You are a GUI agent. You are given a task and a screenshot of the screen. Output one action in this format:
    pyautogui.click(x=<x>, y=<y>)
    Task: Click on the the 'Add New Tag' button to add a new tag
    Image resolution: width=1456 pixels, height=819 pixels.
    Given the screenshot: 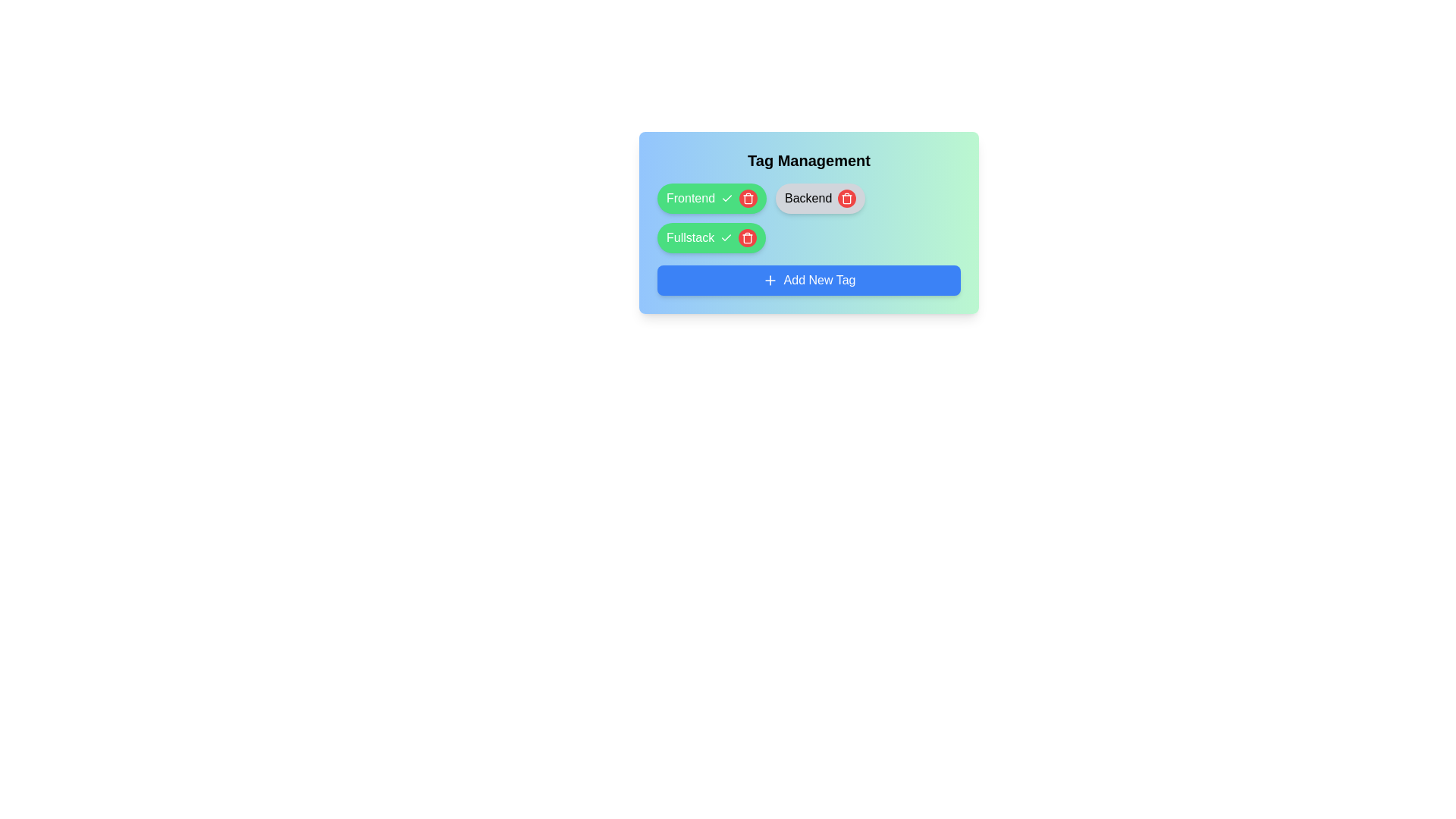 What is the action you would take?
    pyautogui.click(x=808, y=281)
    